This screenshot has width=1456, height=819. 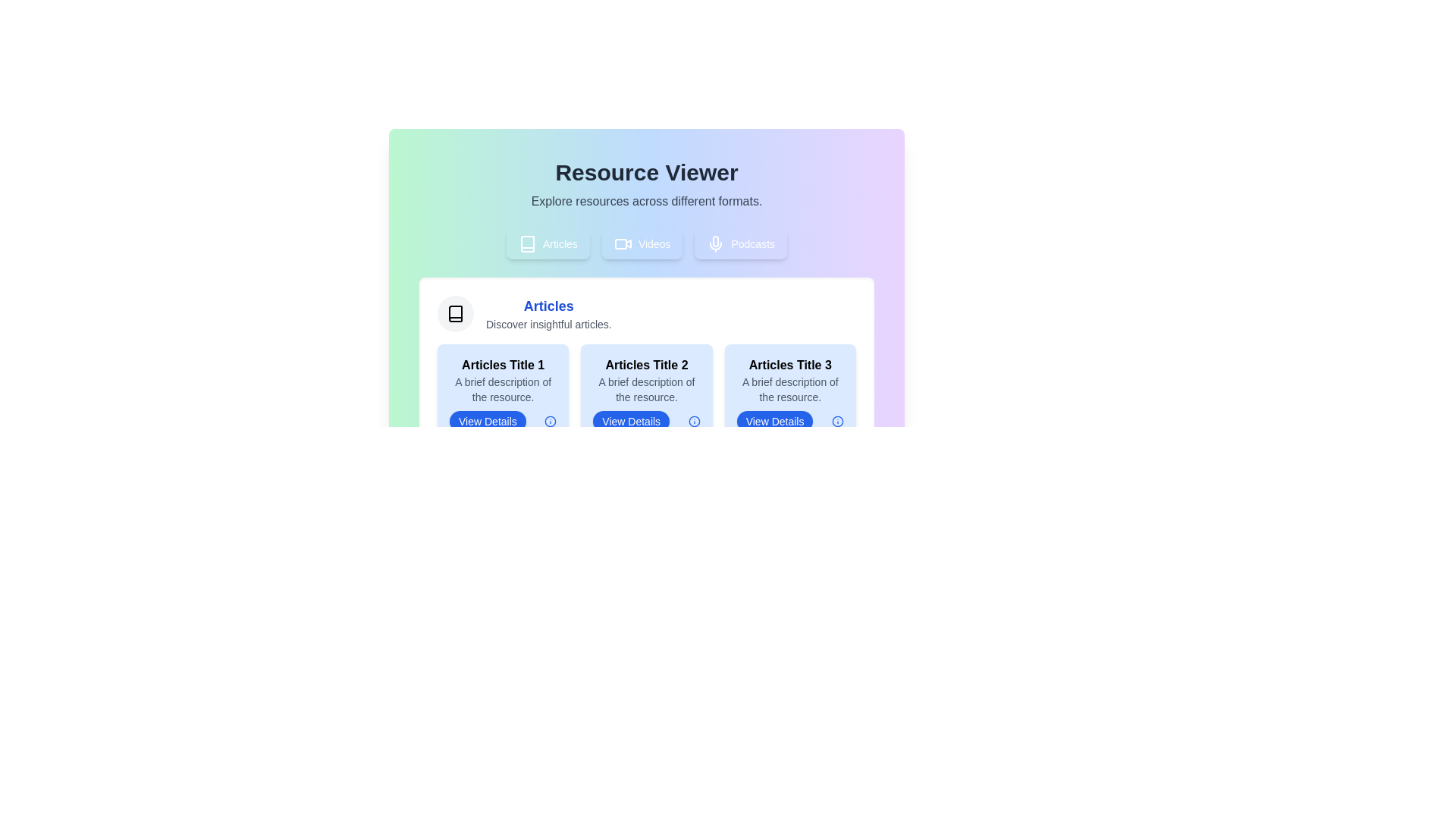 What do you see at coordinates (647, 388) in the screenshot?
I see `text description that says 'A brief description of the resource.' which is the second text block below 'Articles Title 2'` at bounding box center [647, 388].